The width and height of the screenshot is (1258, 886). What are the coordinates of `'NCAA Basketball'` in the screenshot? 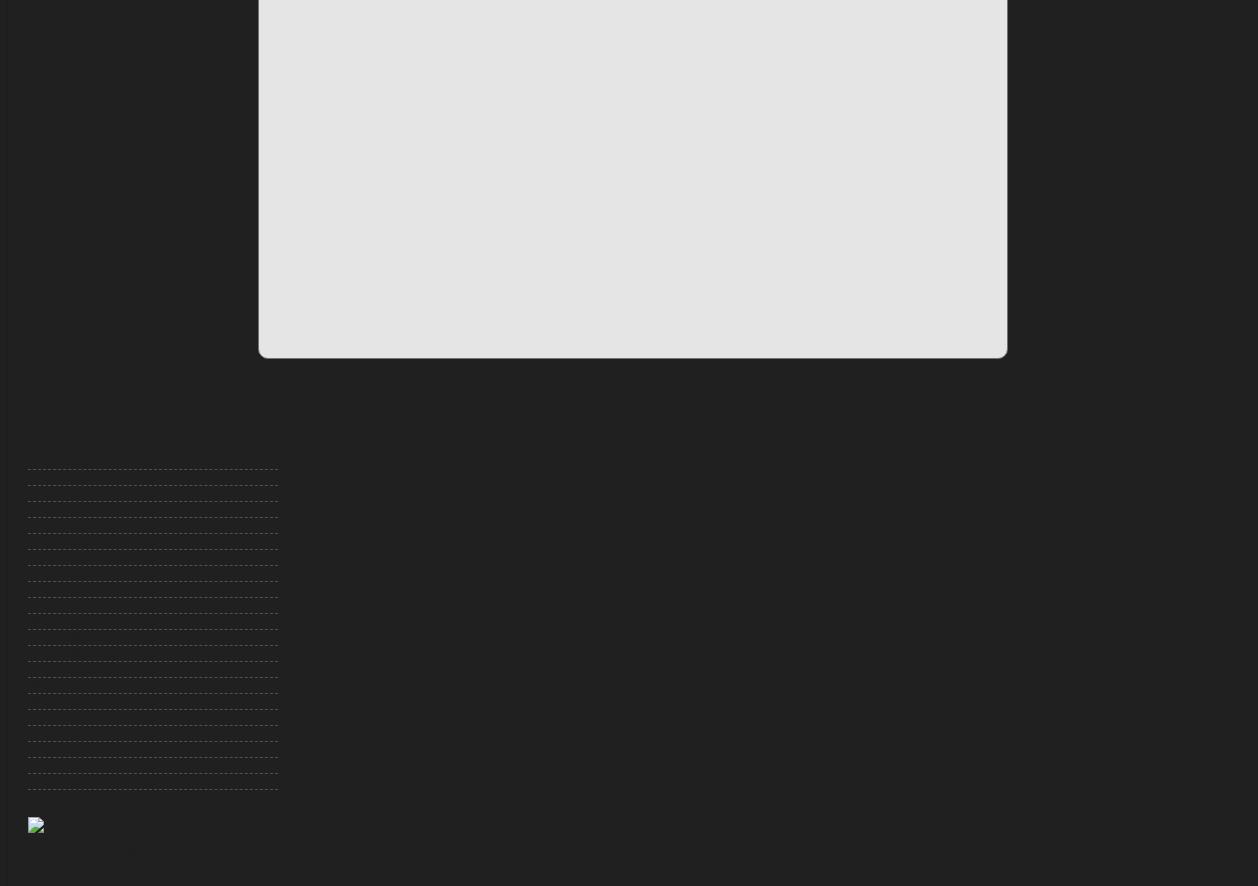 It's located at (73, 652).